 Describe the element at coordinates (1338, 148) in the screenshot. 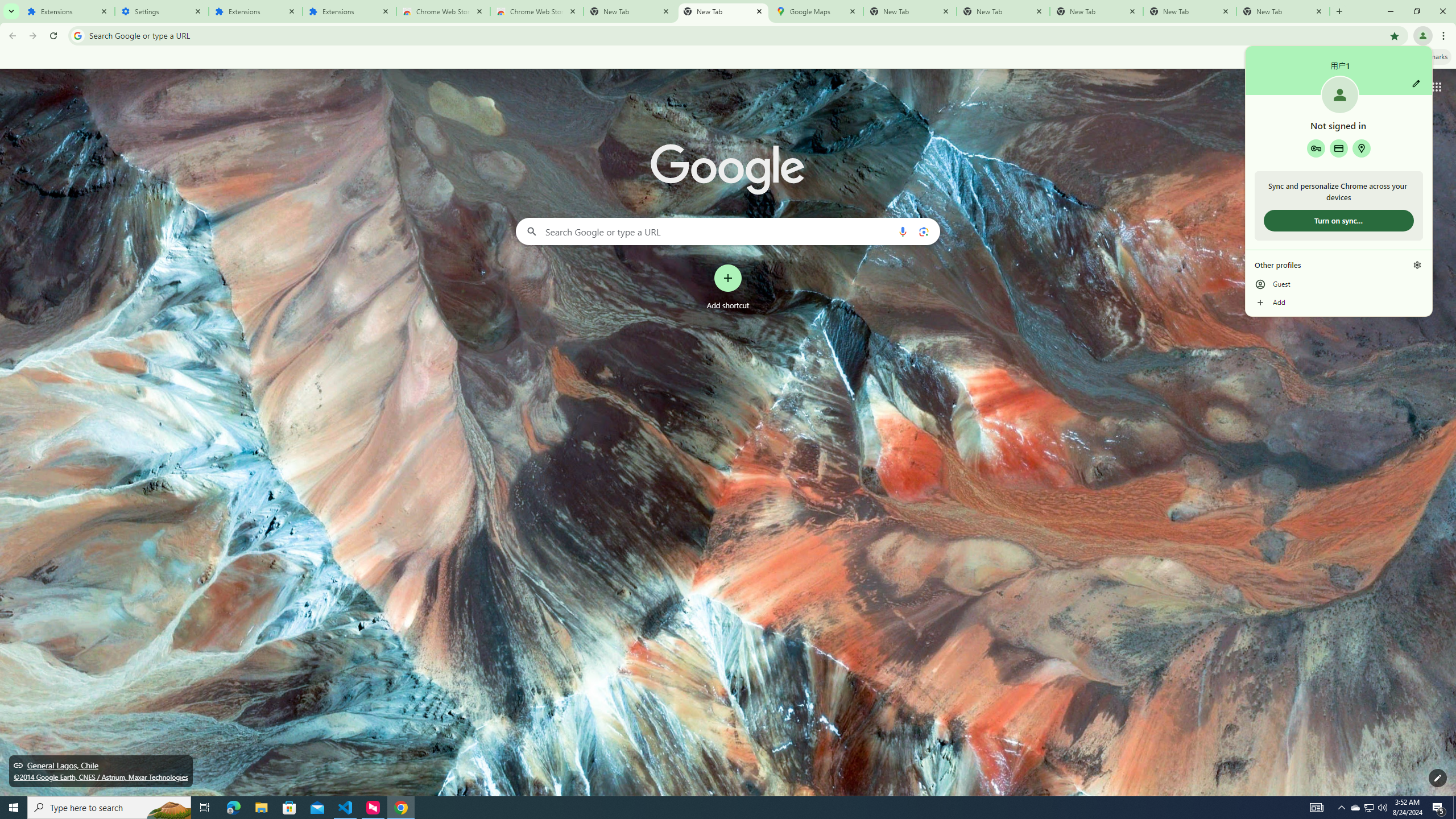

I see `'Payment methods'` at that location.